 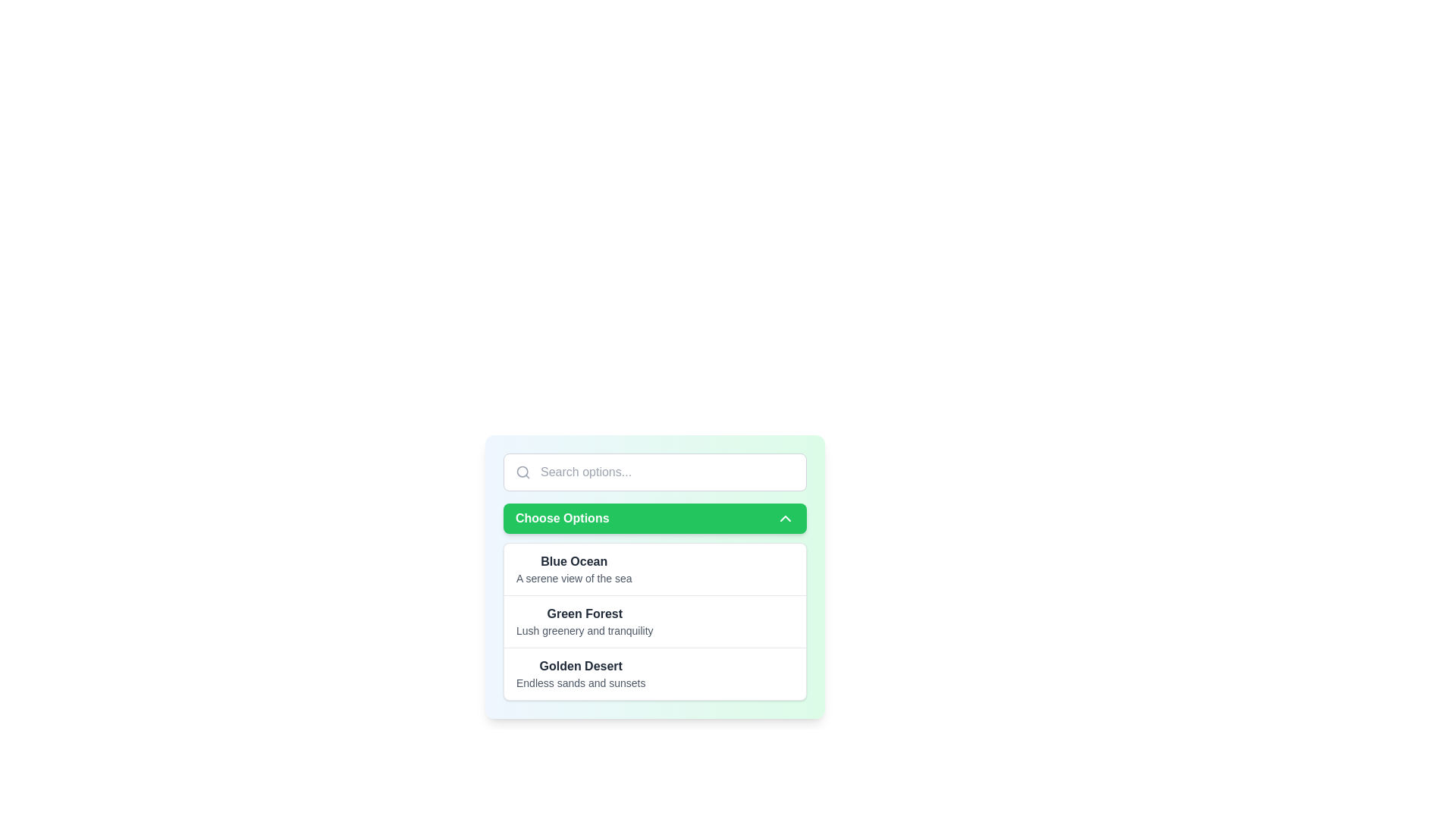 What do you see at coordinates (786, 517) in the screenshot?
I see `the interactive icon located on the right border of the green 'Choose Options' button to observe potential hover effects` at bounding box center [786, 517].